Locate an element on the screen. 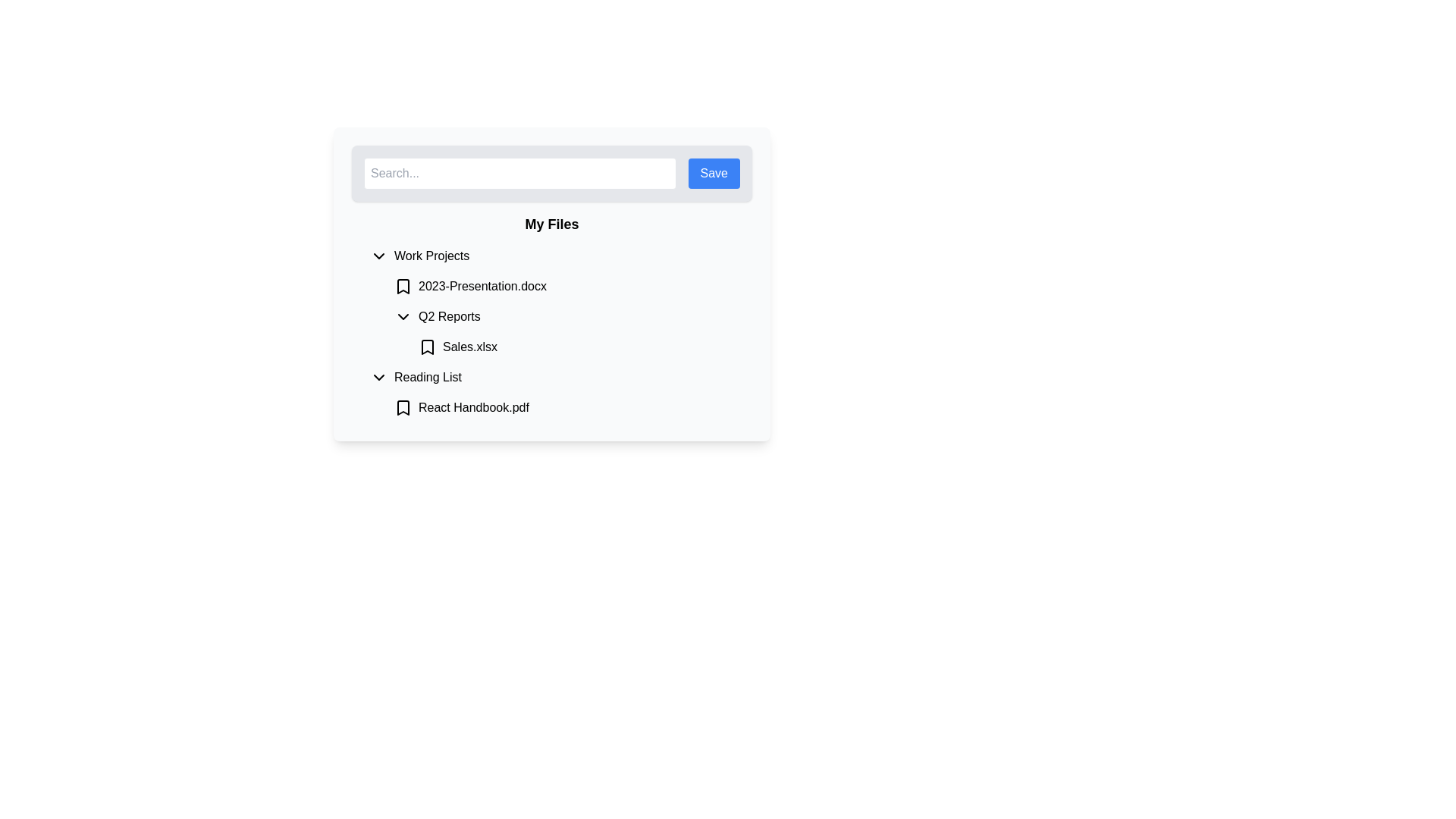  the downward-pointing chevron icon located to the left of the 'Work Projects' text is located at coordinates (378, 256).